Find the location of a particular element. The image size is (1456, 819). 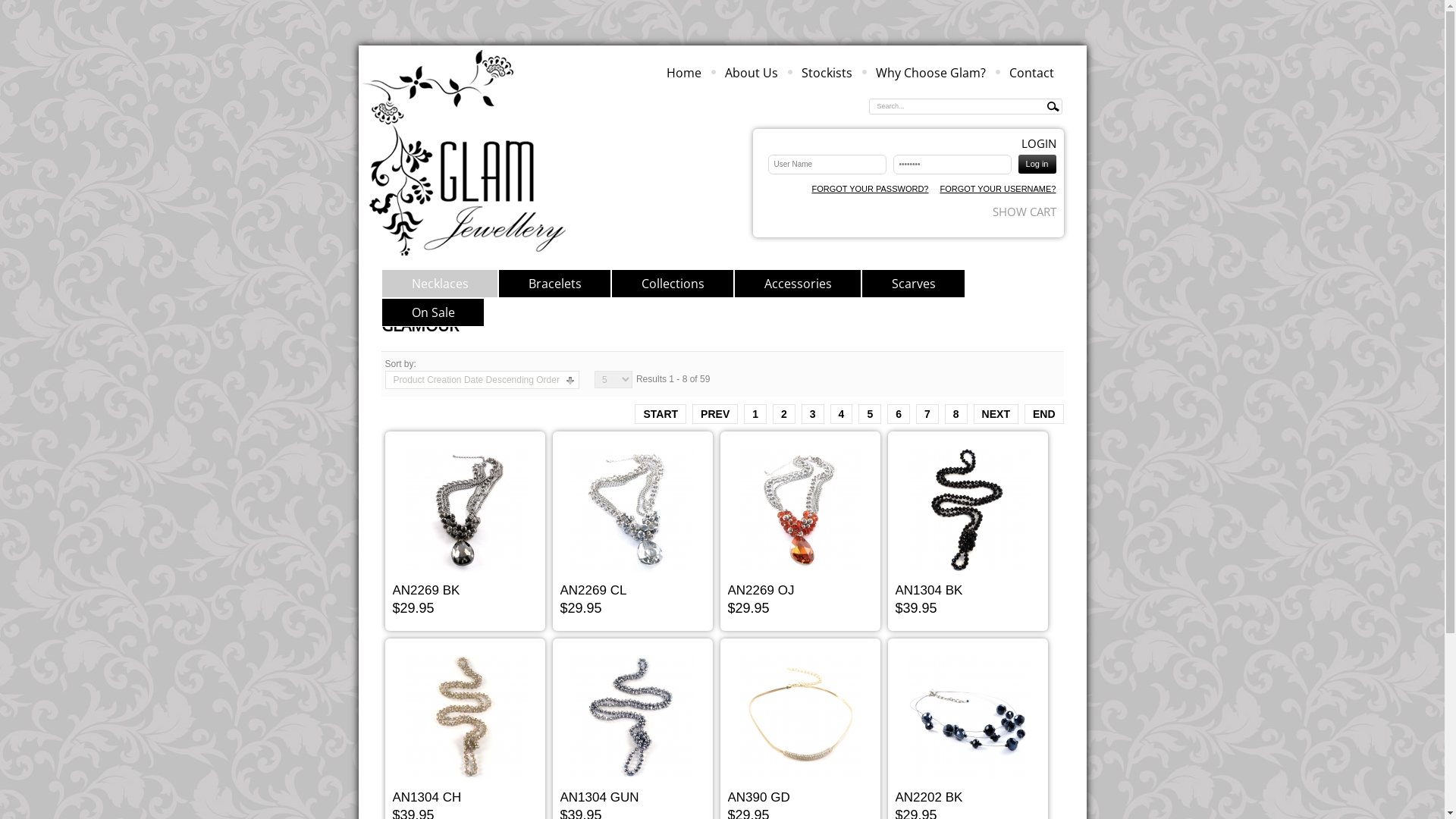

'END' is located at coordinates (1043, 414).